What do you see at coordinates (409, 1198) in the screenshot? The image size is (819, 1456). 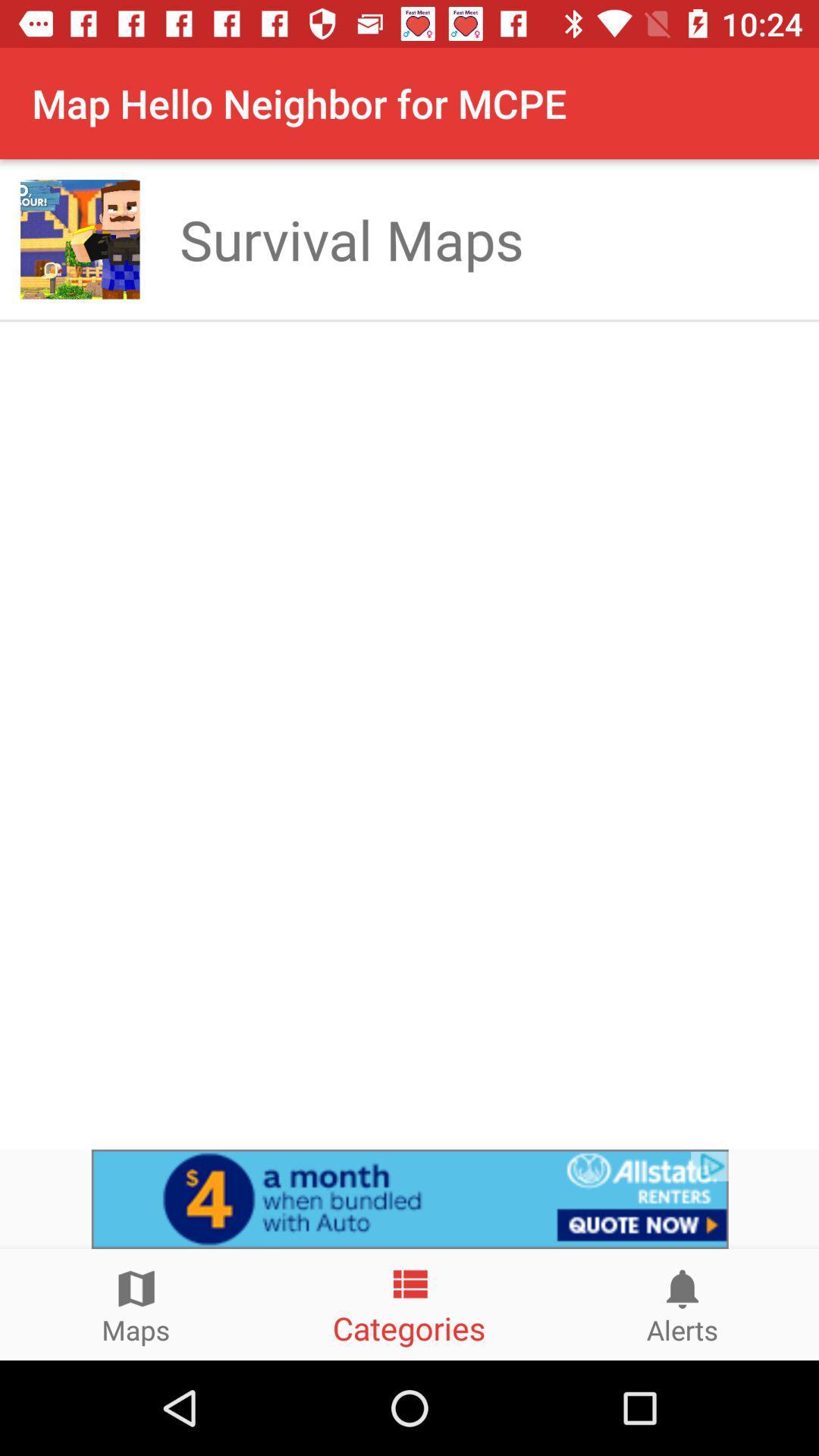 I see `click for advertisement information` at bounding box center [409, 1198].